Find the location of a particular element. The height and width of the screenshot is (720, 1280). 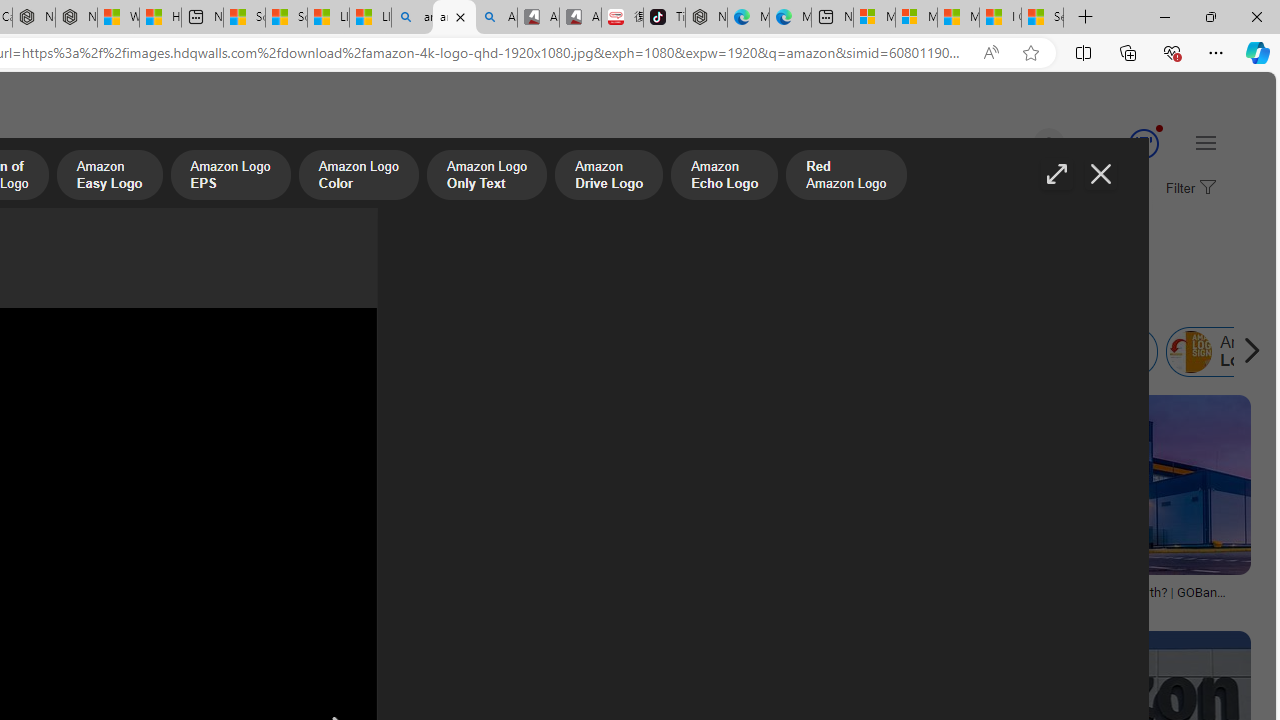

'TikTok' is located at coordinates (664, 17).